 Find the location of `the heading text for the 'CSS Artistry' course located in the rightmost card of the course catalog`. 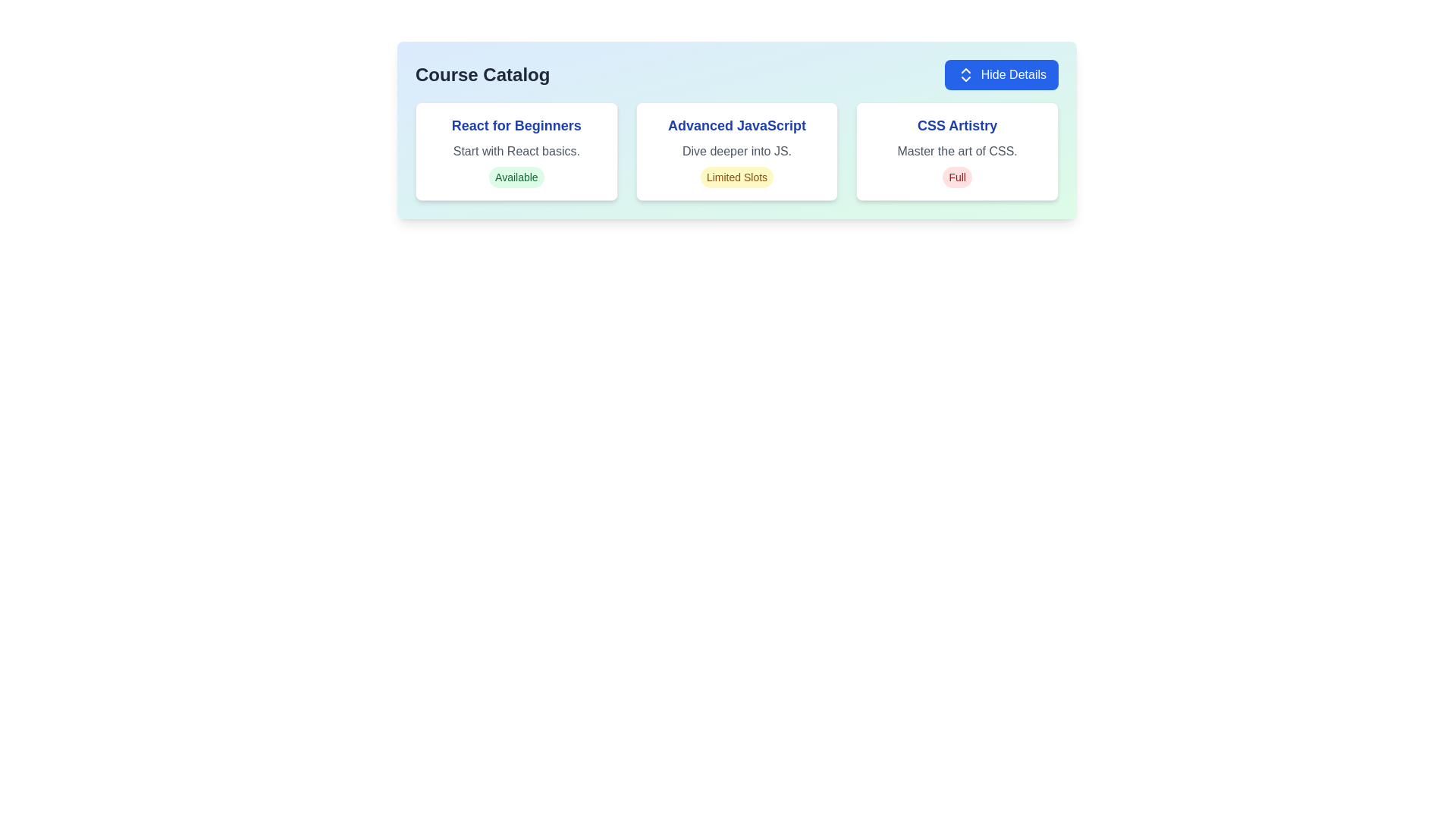

the heading text for the 'CSS Artistry' course located in the rightmost card of the course catalog is located at coordinates (956, 124).